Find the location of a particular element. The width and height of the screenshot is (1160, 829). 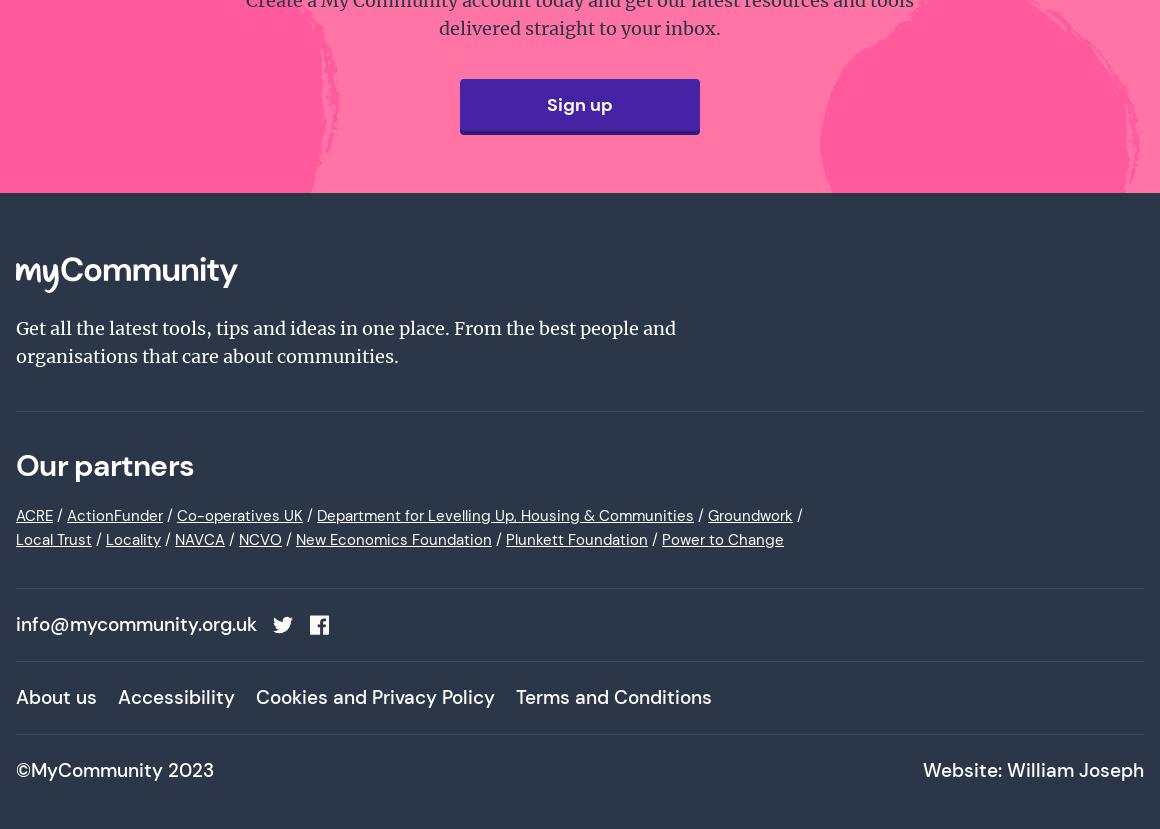

'©MyCommunity 2023' is located at coordinates (113, 770).